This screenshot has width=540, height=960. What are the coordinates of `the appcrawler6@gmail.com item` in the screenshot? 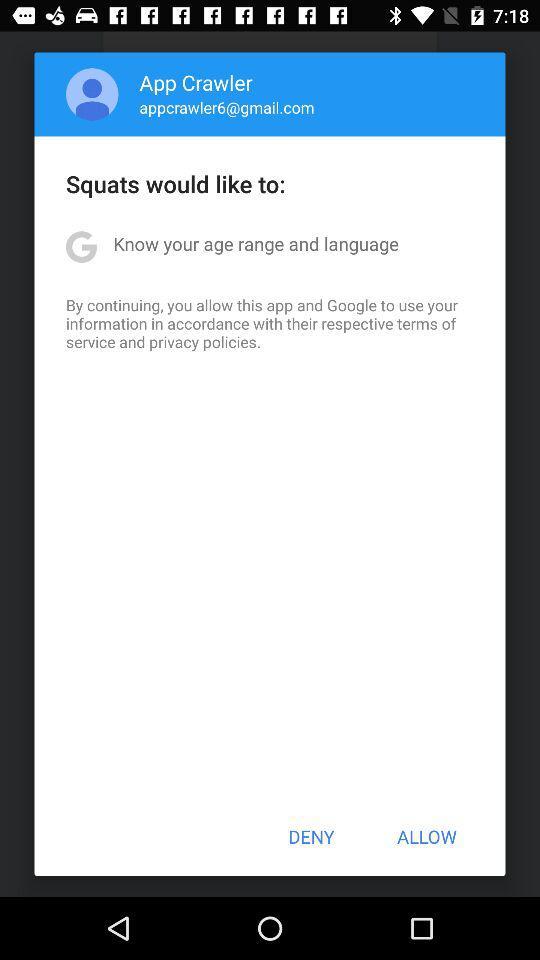 It's located at (226, 107).